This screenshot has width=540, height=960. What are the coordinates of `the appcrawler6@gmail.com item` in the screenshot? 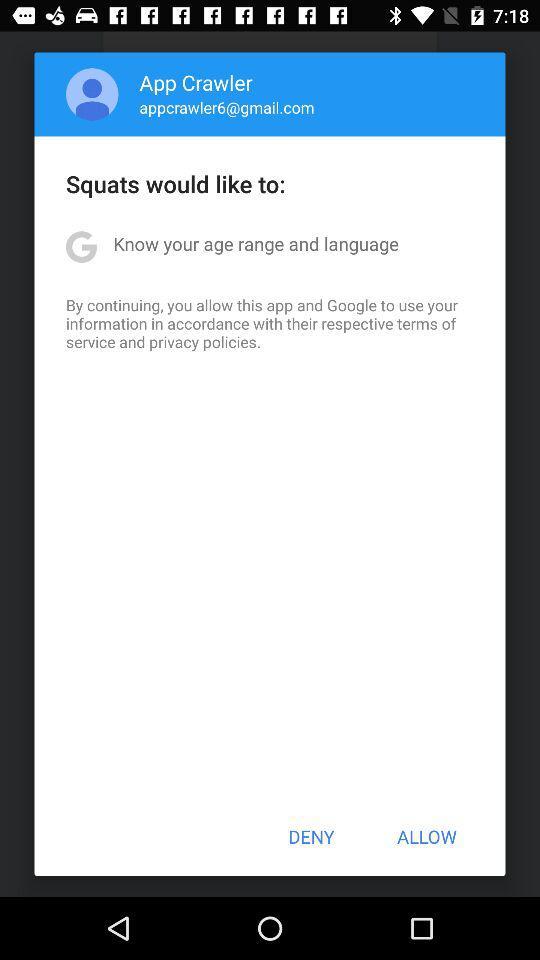 It's located at (226, 107).